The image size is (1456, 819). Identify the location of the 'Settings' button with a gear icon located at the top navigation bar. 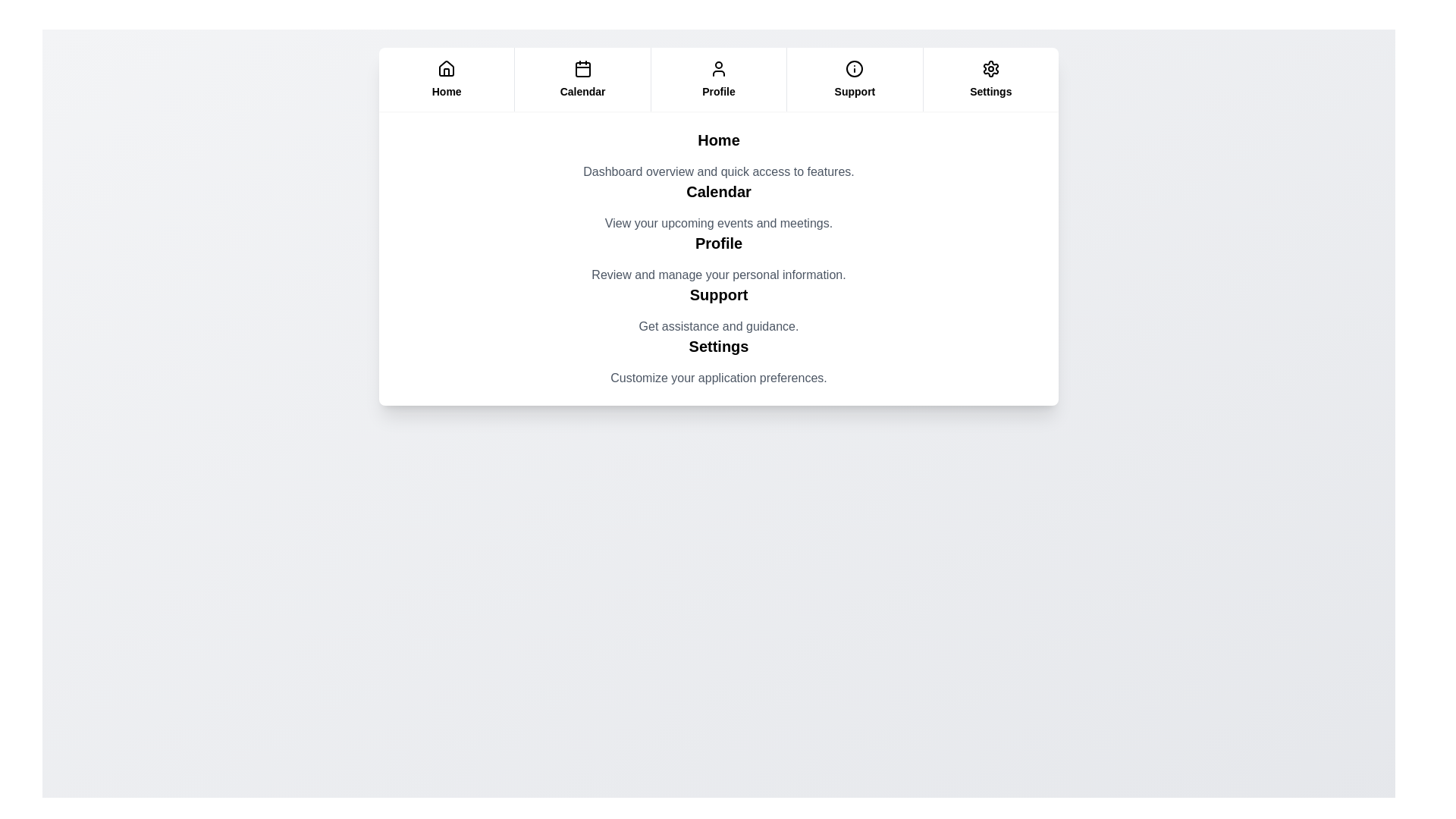
(990, 79).